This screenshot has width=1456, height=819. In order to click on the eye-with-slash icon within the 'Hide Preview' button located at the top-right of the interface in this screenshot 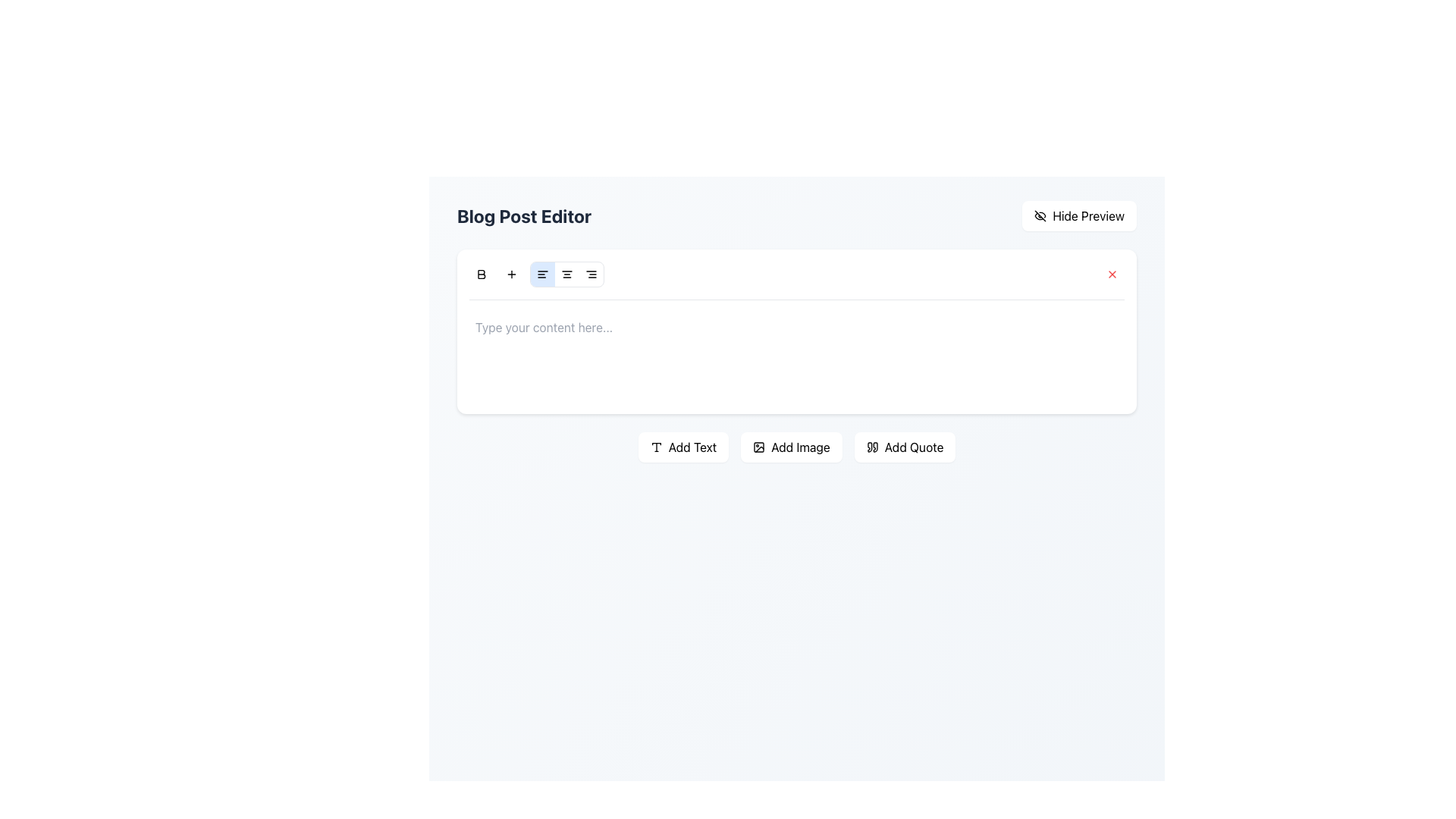, I will do `click(1040, 216)`.